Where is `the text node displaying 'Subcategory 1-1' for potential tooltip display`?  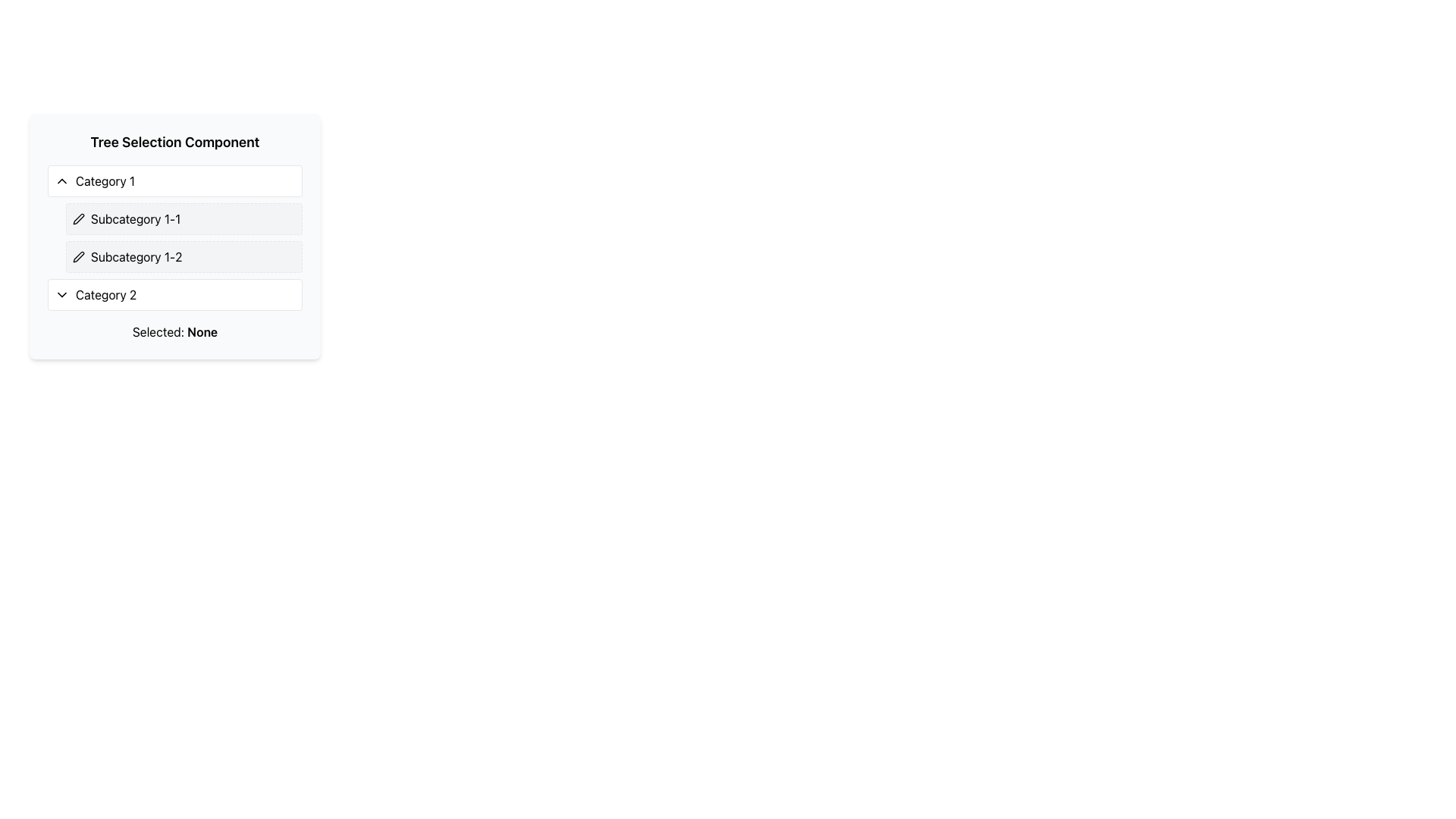 the text node displaying 'Subcategory 1-1' for potential tooltip display is located at coordinates (136, 219).